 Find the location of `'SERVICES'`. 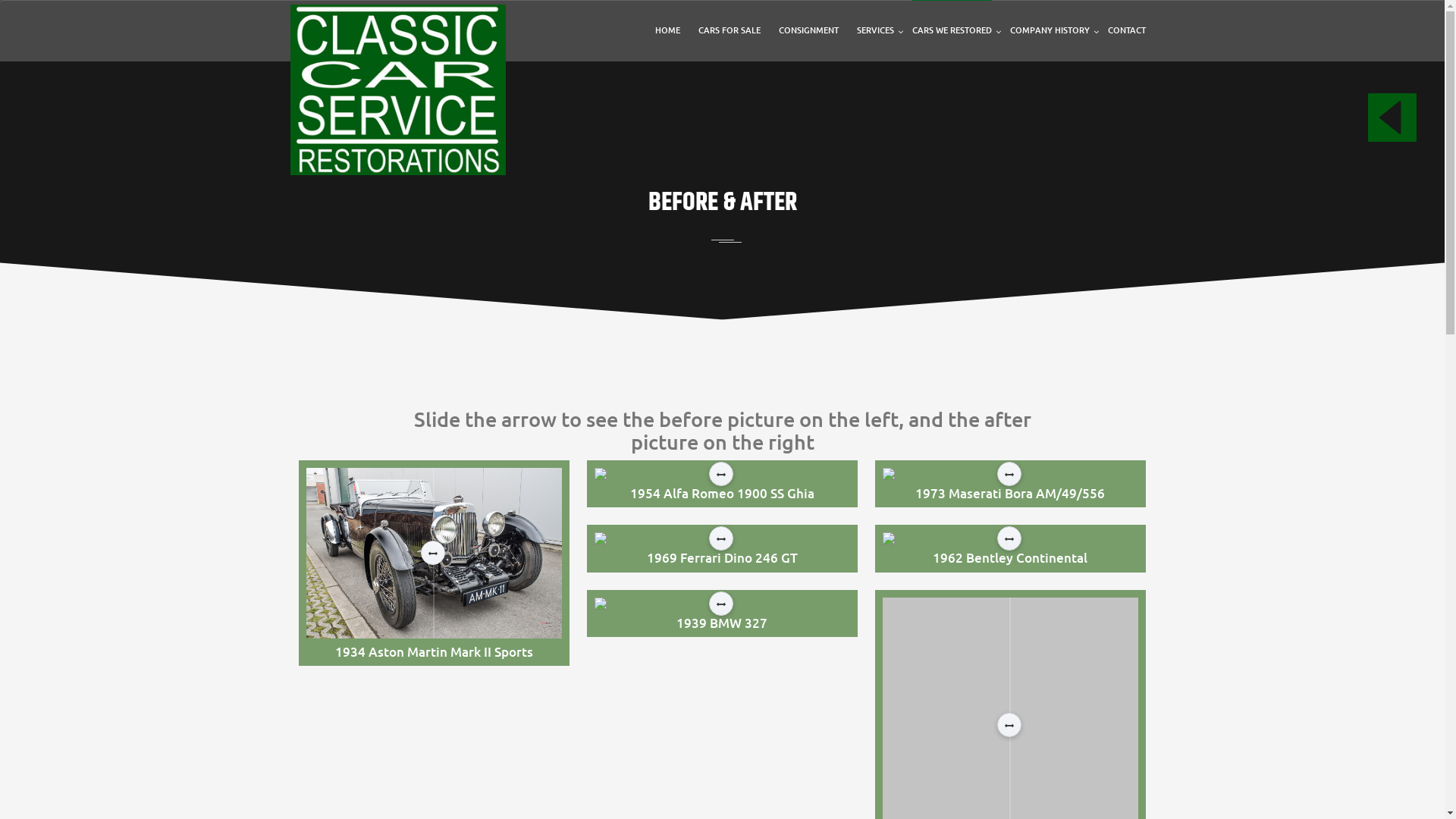

'SERVICES' is located at coordinates (875, 30).